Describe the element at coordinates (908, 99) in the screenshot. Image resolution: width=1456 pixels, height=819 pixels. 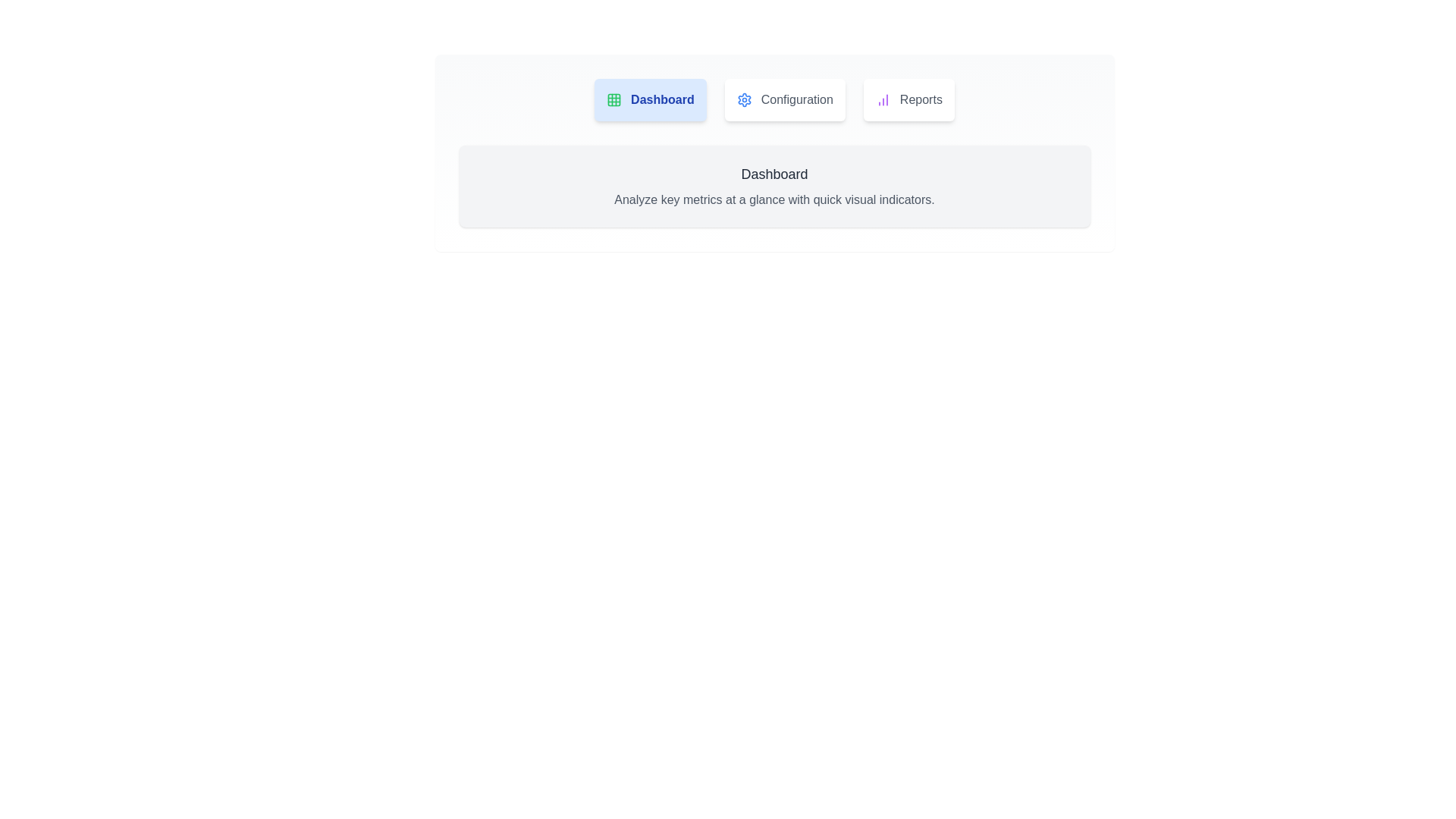
I see `the Reports tab to switch to its content` at that location.